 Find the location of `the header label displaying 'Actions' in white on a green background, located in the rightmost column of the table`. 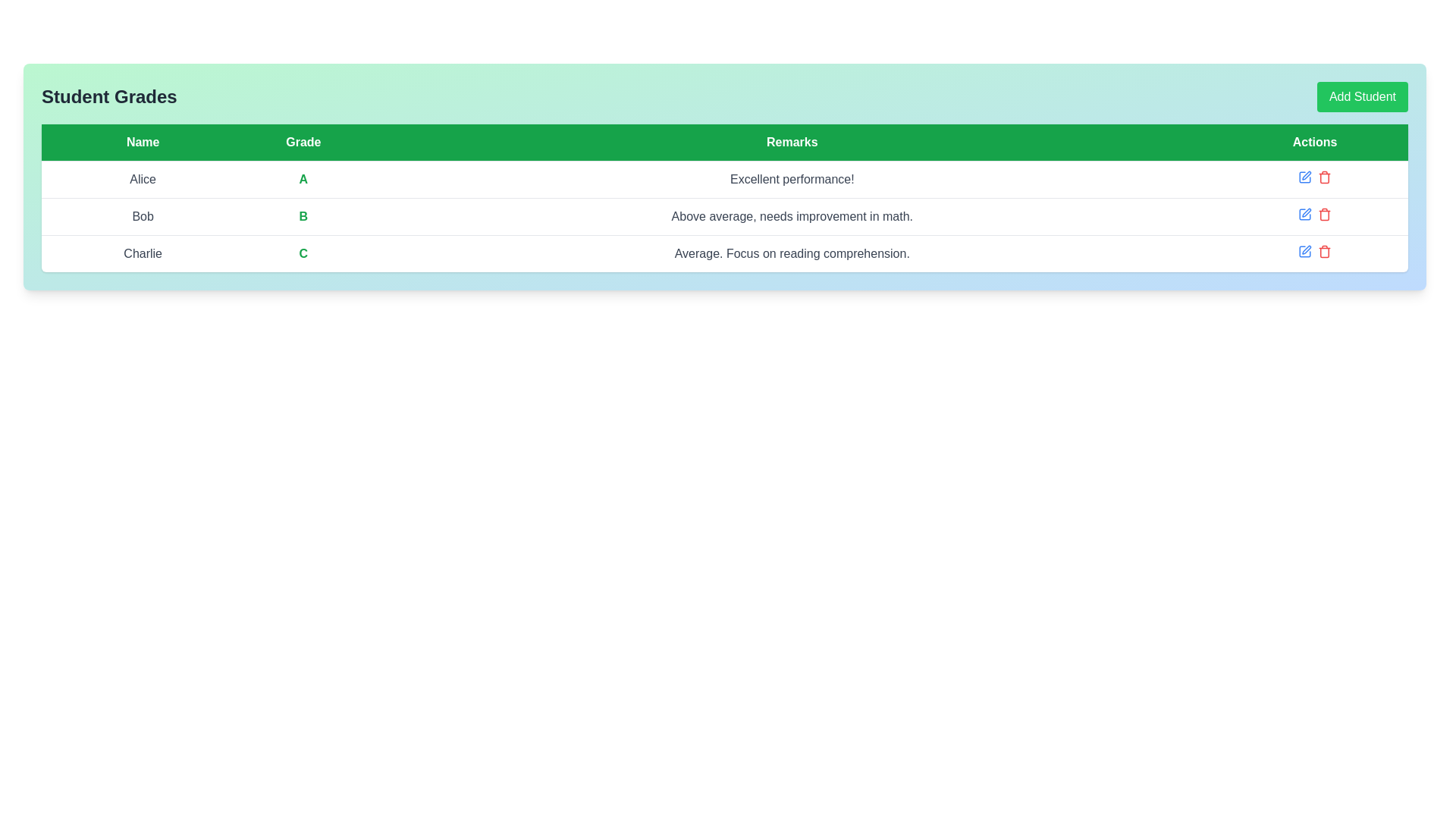

the header label displaying 'Actions' in white on a green background, located in the rightmost column of the table is located at coordinates (1314, 143).